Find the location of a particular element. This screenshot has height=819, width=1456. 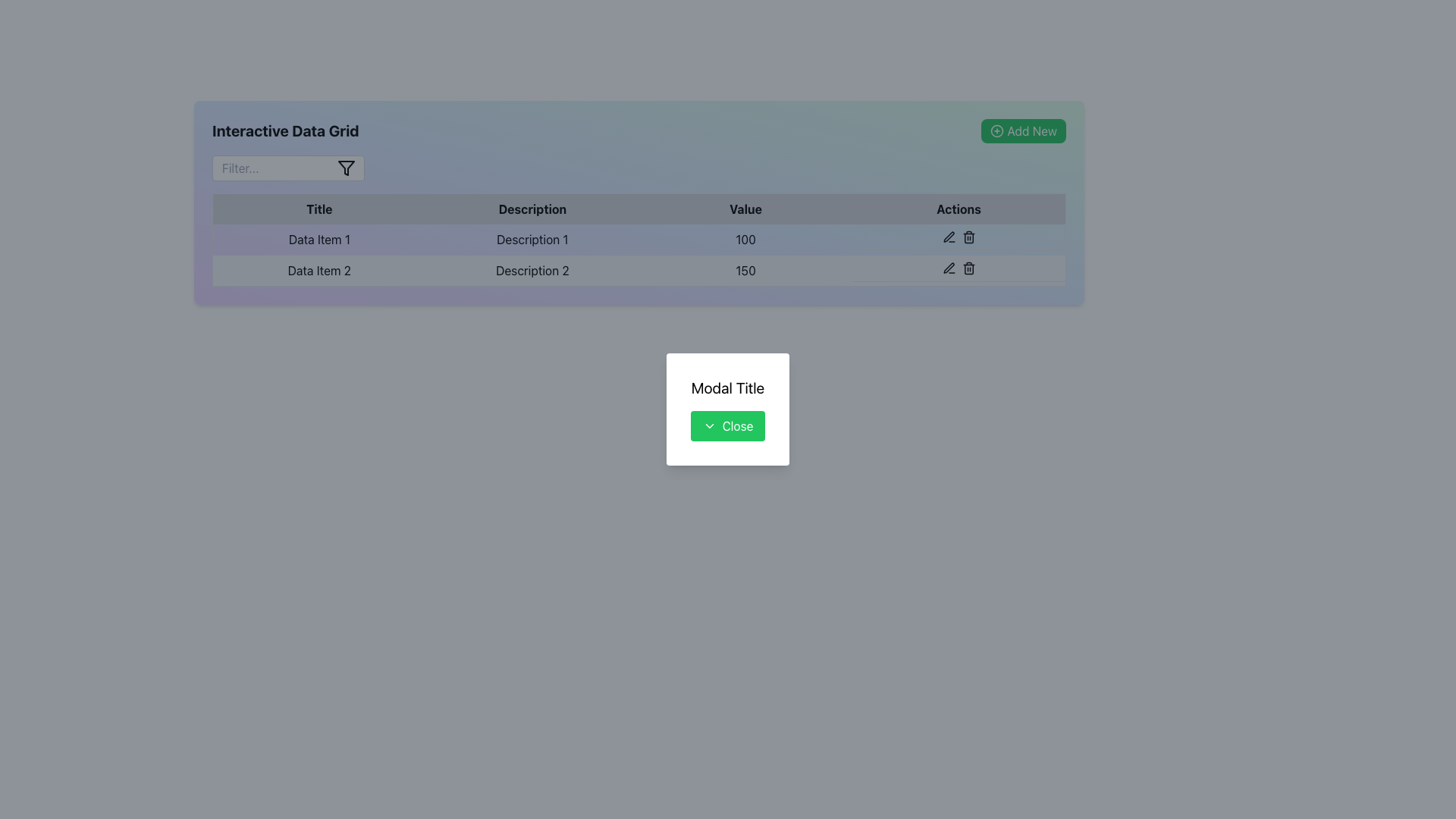

the filter icon located at the right edge of the filter input field to apply or toggle a filter is located at coordinates (345, 168).